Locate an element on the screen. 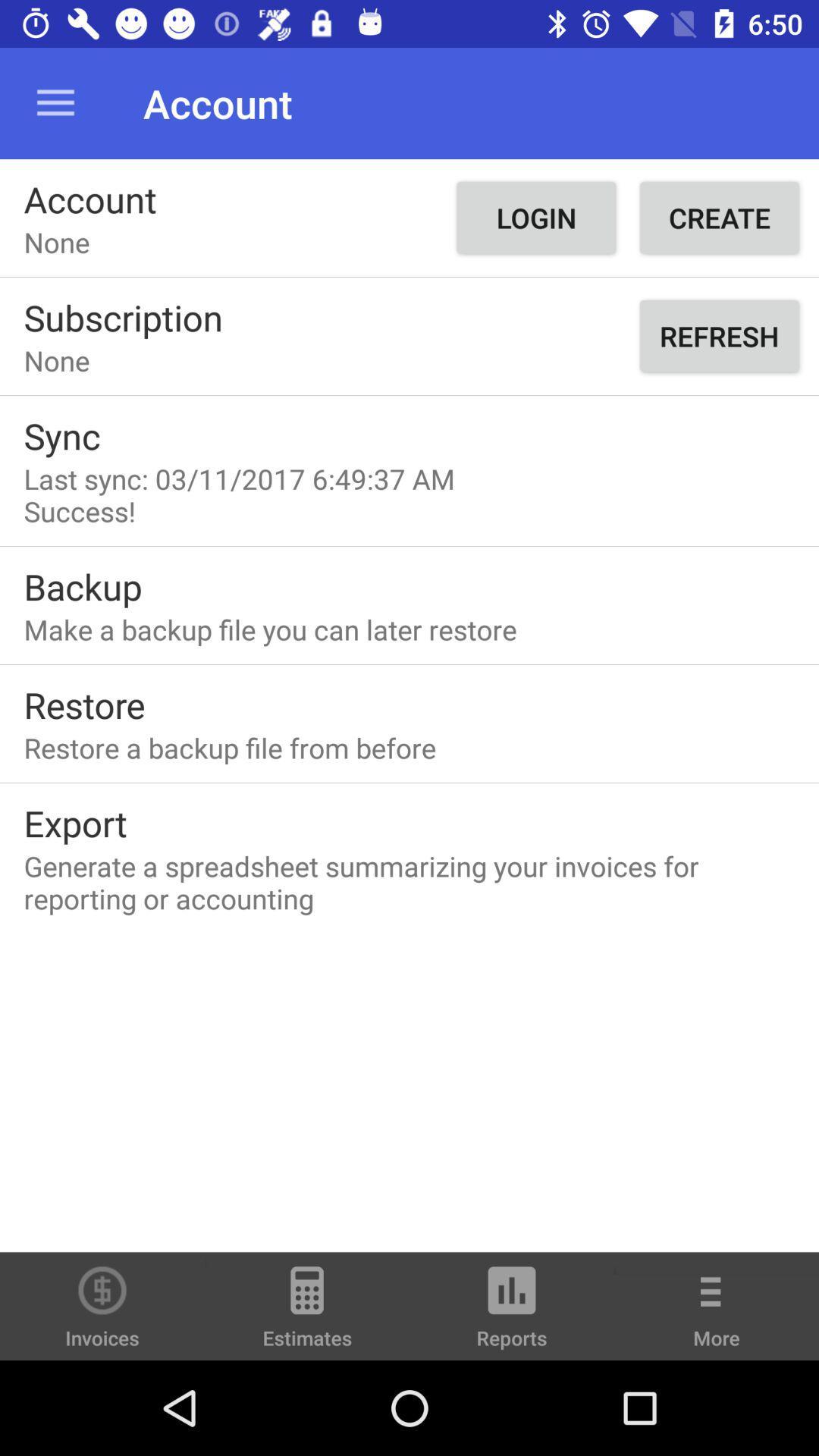 The image size is (819, 1456). the icon next to account icon is located at coordinates (55, 102).